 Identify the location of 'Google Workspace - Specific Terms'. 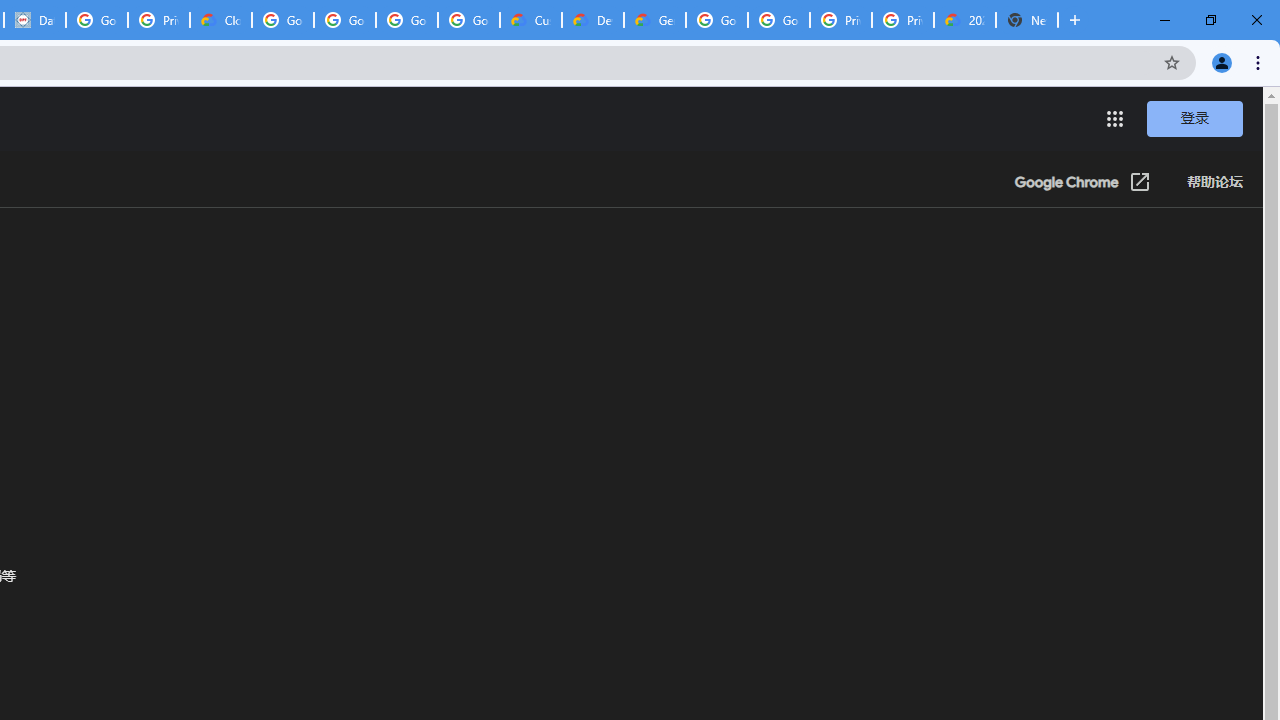
(406, 20).